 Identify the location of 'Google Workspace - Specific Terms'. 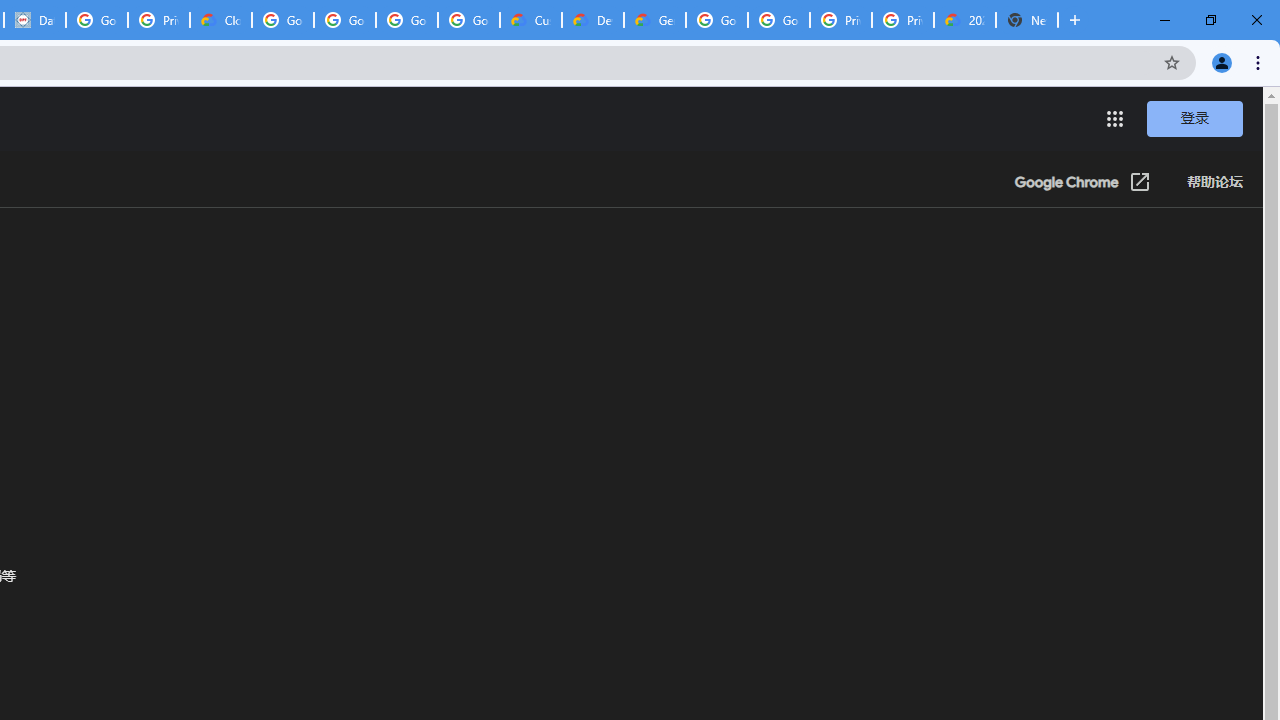
(406, 20).